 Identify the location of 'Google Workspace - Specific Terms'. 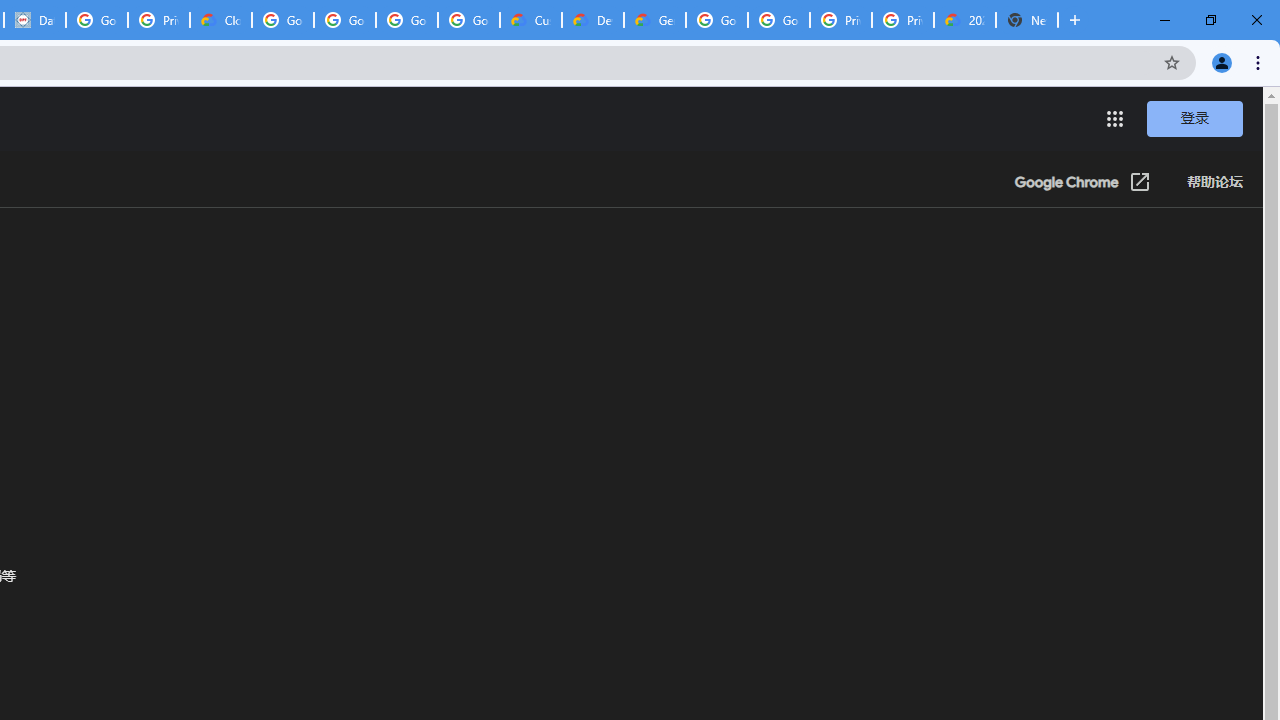
(406, 20).